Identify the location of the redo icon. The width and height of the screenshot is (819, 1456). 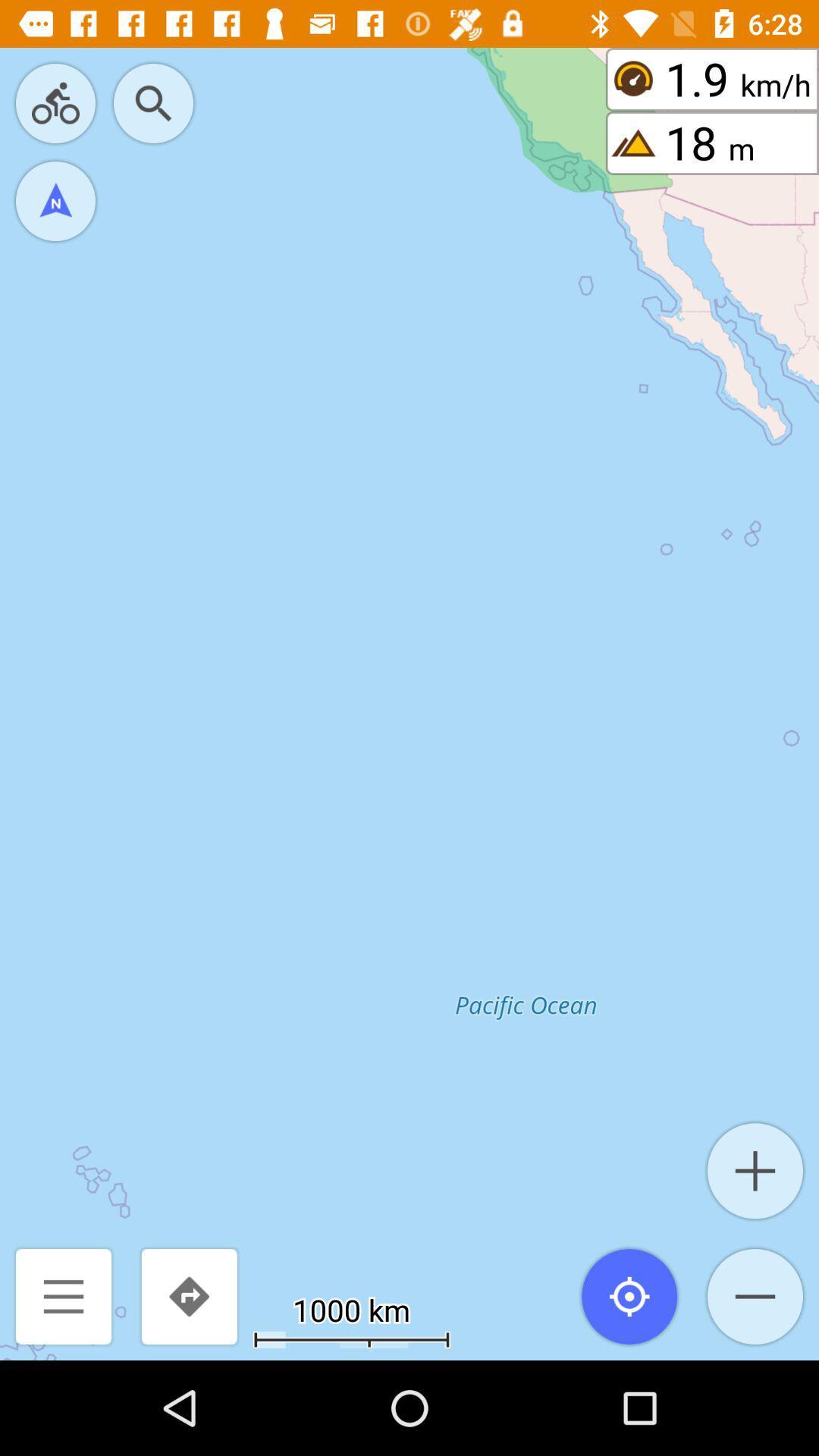
(188, 1295).